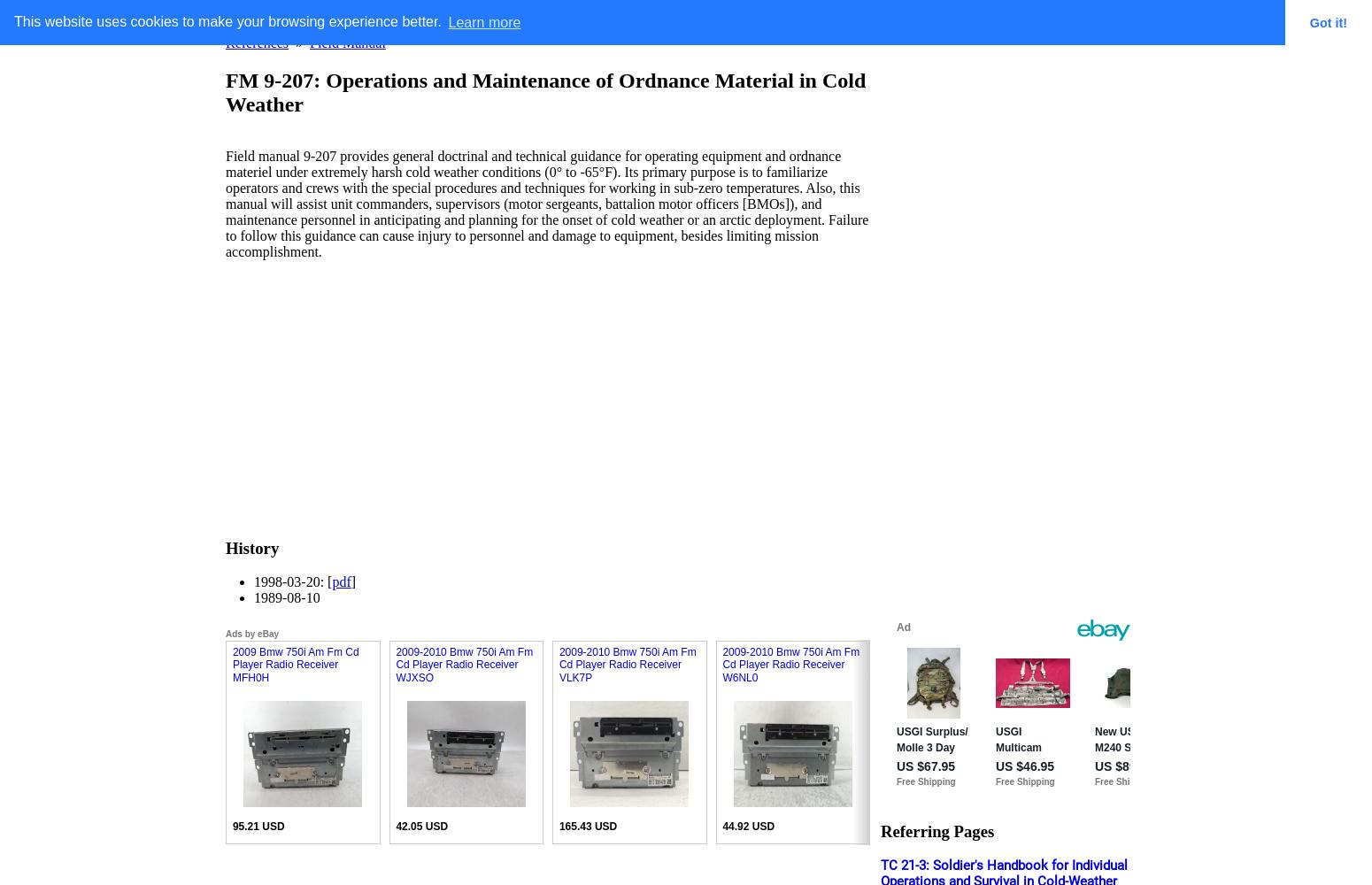  I want to click on '2009-2010 Bmw 750i Am Fm Cd Player Radio Receiver VLK7P', so click(558, 665).